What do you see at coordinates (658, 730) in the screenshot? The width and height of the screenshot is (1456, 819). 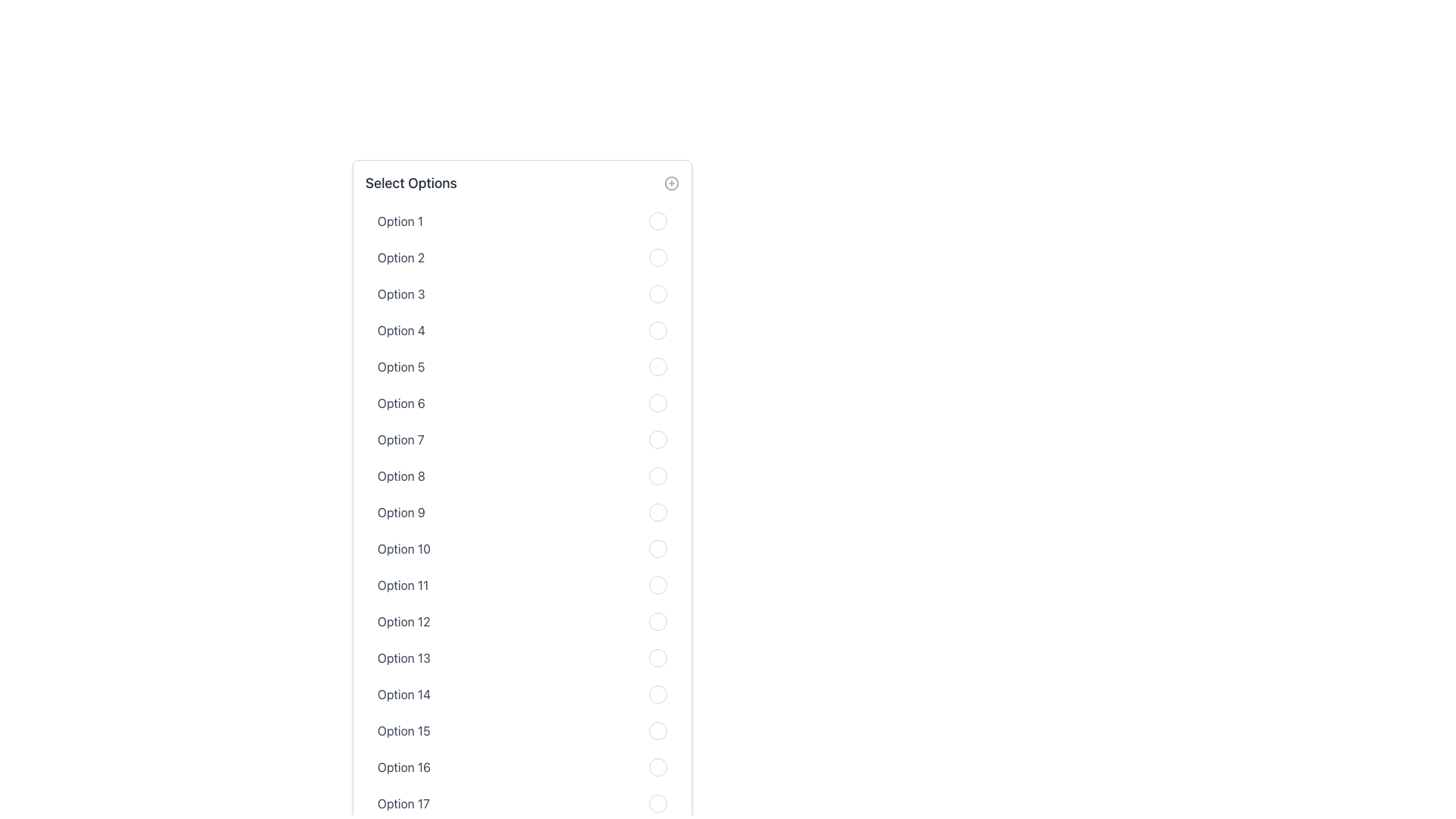 I see `the radio button` at bounding box center [658, 730].